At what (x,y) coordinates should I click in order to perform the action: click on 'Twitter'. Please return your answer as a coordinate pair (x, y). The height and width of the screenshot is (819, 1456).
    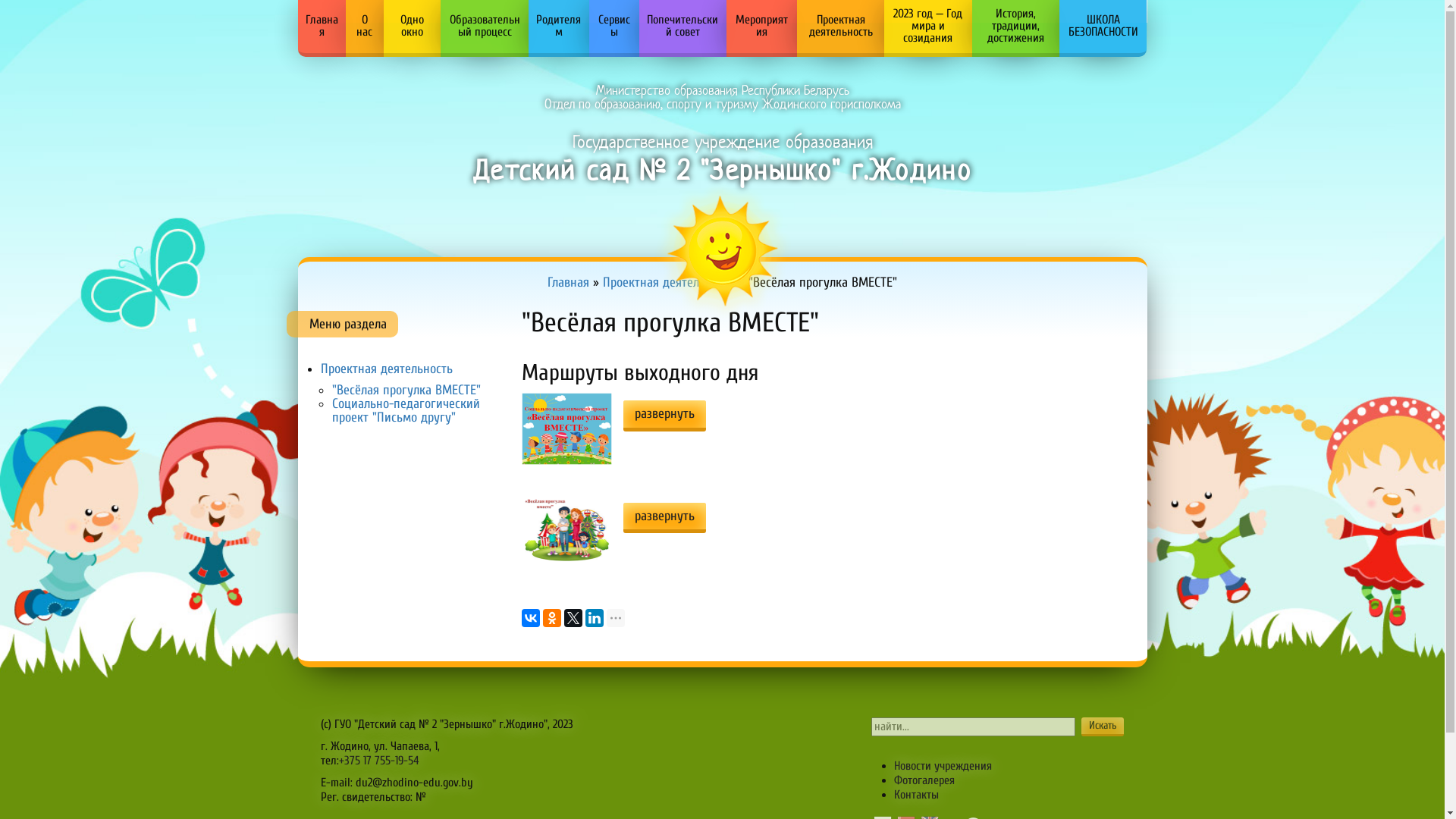
    Looking at the image, I should click on (563, 617).